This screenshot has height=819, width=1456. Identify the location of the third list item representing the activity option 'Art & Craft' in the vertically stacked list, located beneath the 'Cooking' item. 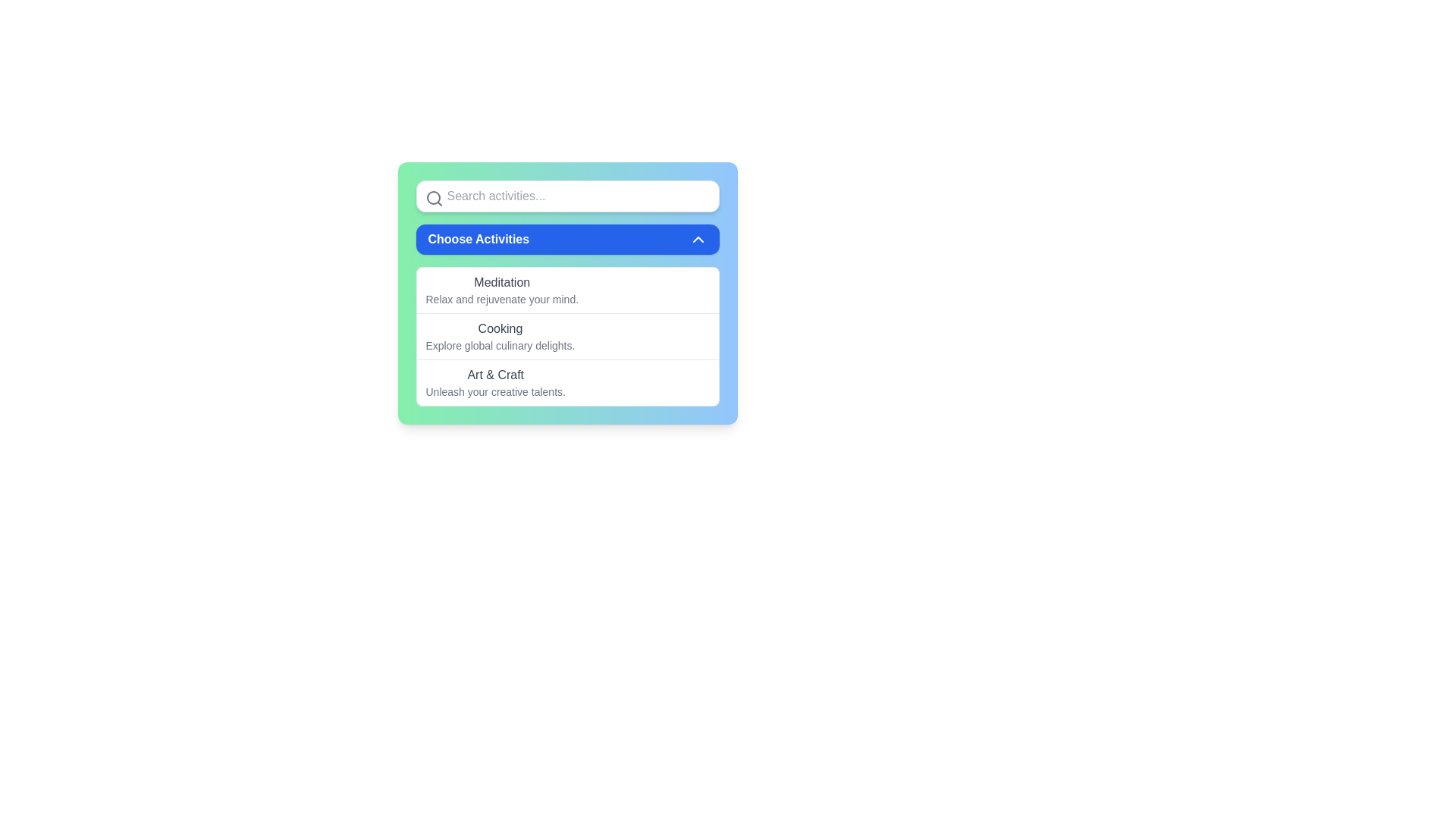
(566, 381).